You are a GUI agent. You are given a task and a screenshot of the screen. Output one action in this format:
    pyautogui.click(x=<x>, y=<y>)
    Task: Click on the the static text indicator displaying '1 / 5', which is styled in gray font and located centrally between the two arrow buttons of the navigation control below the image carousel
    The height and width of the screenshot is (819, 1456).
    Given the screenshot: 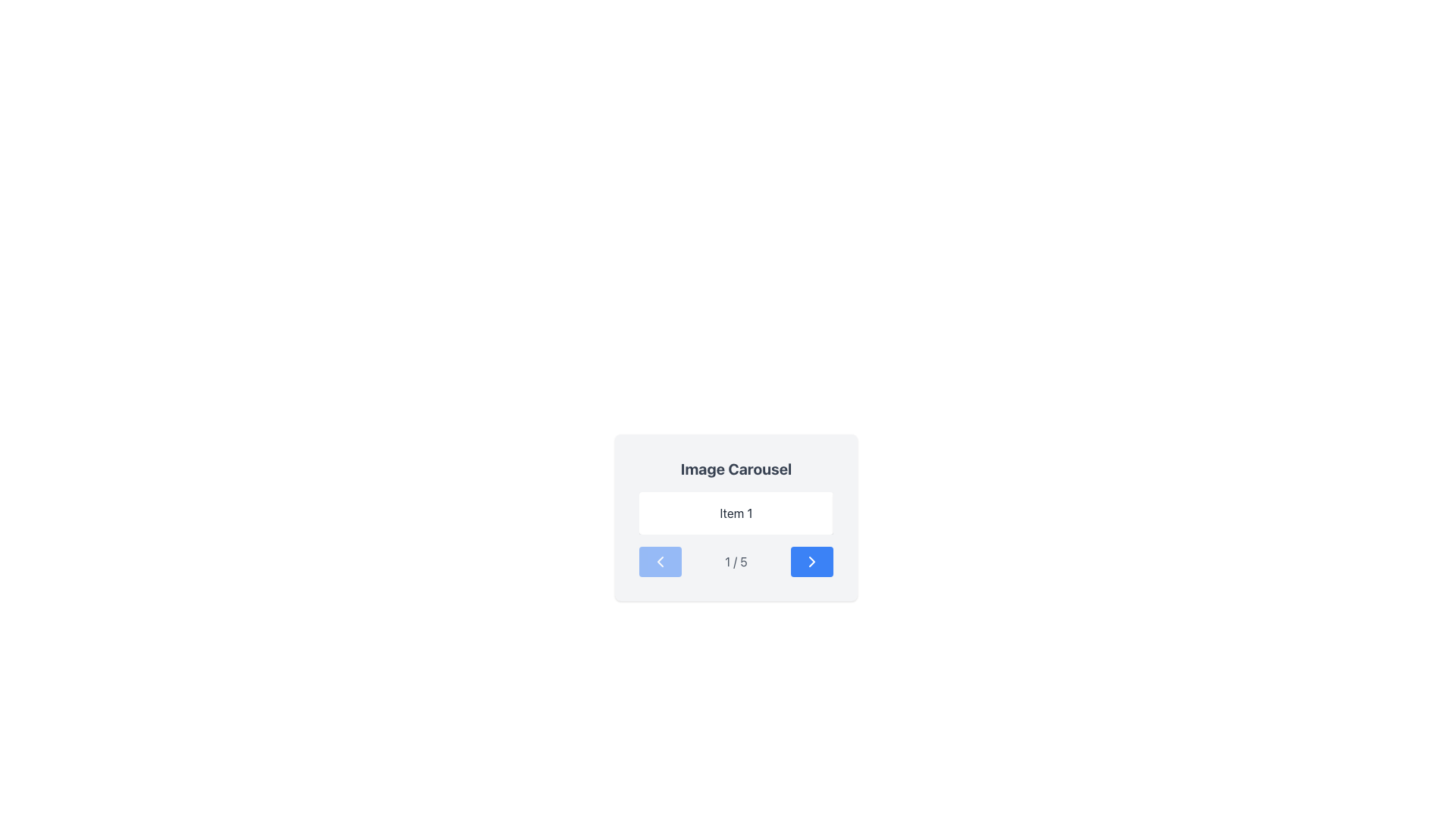 What is the action you would take?
    pyautogui.click(x=736, y=561)
    